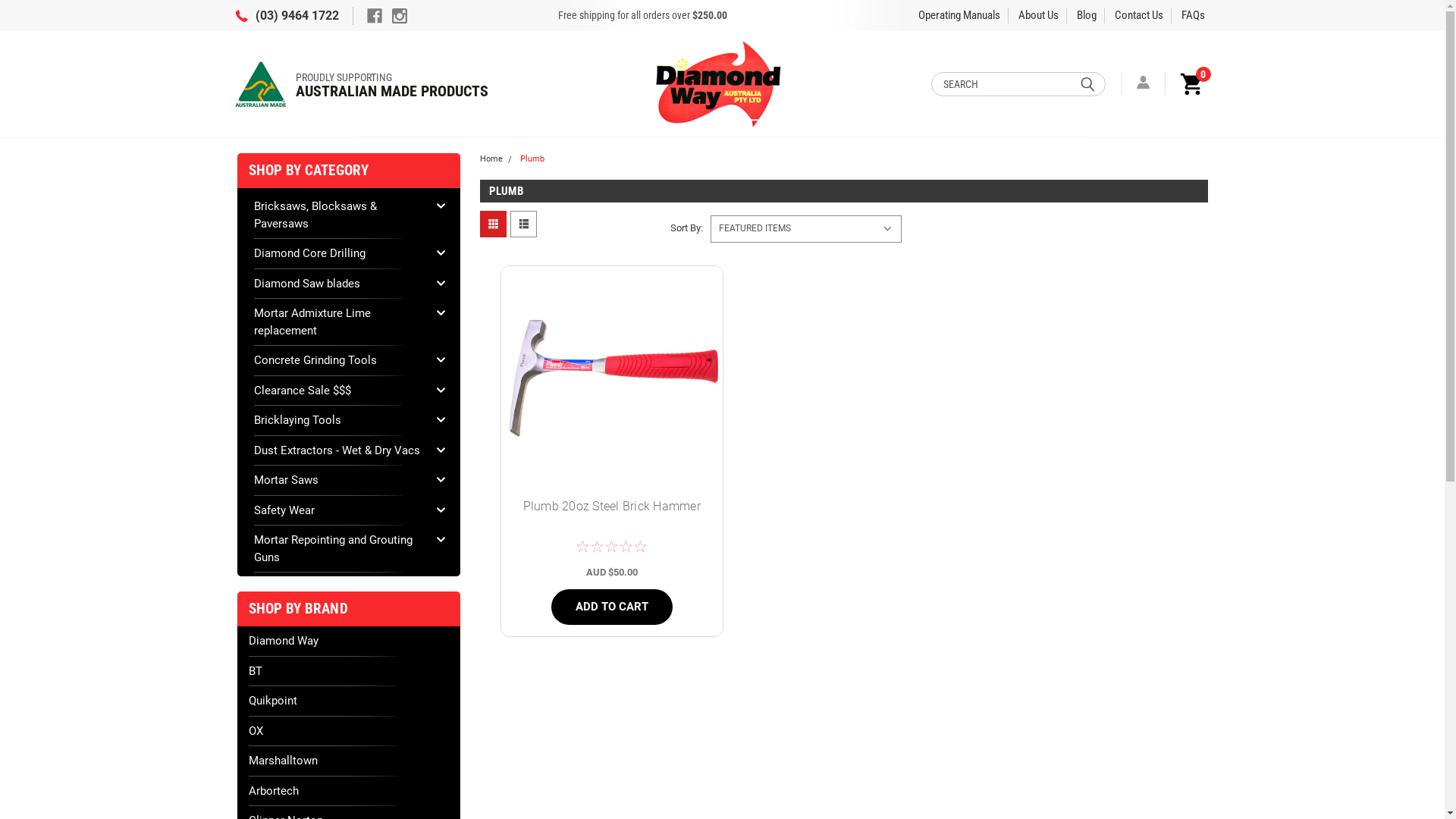 The image size is (1456, 819). What do you see at coordinates (338, 360) in the screenshot?
I see `'Concrete Grinding Tools'` at bounding box center [338, 360].